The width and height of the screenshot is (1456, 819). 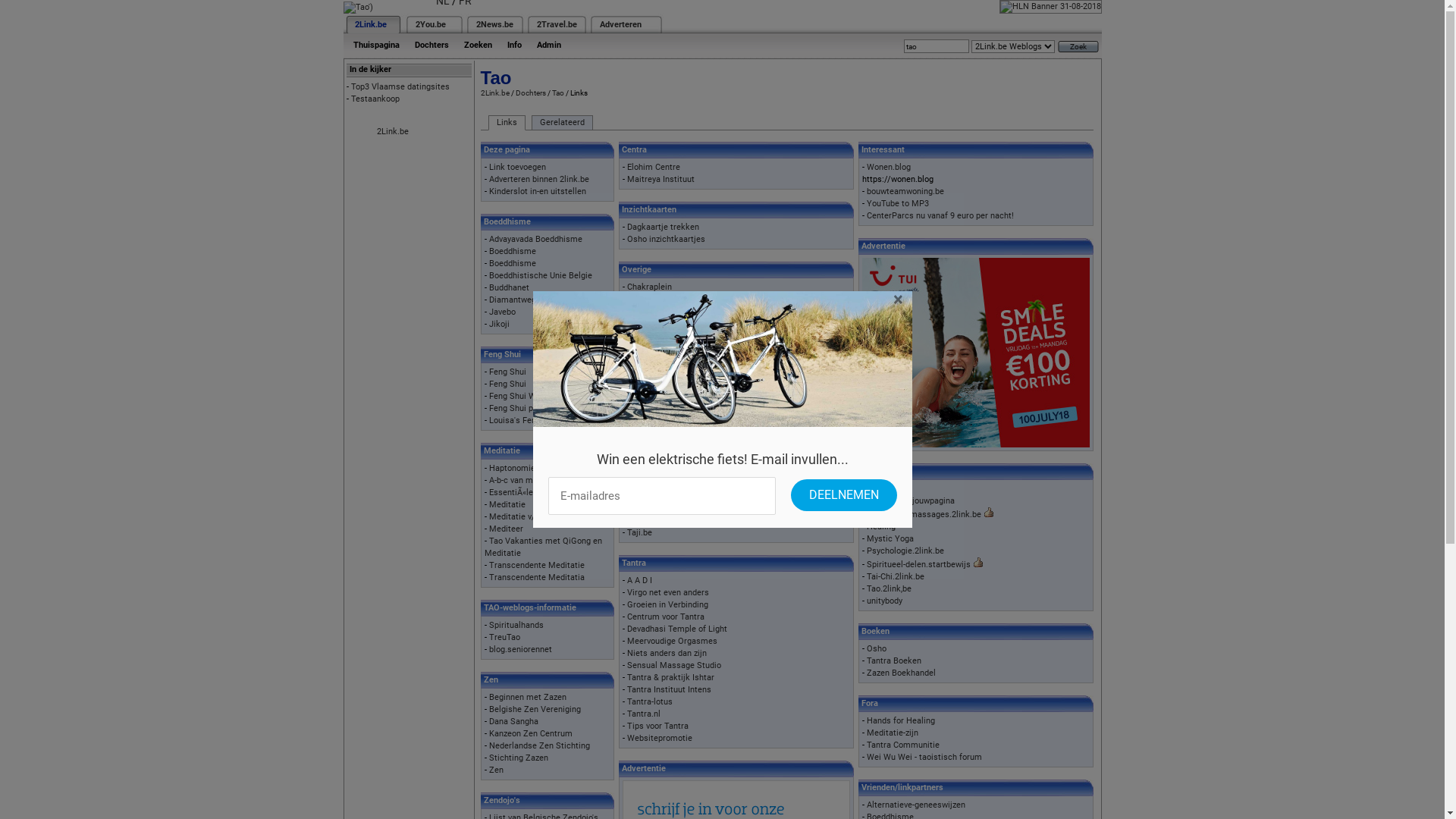 What do you see at coordinates (892, 732) in the screenshot?
I see `'Meditatie-zijn'` at bounding box center [892, 732].